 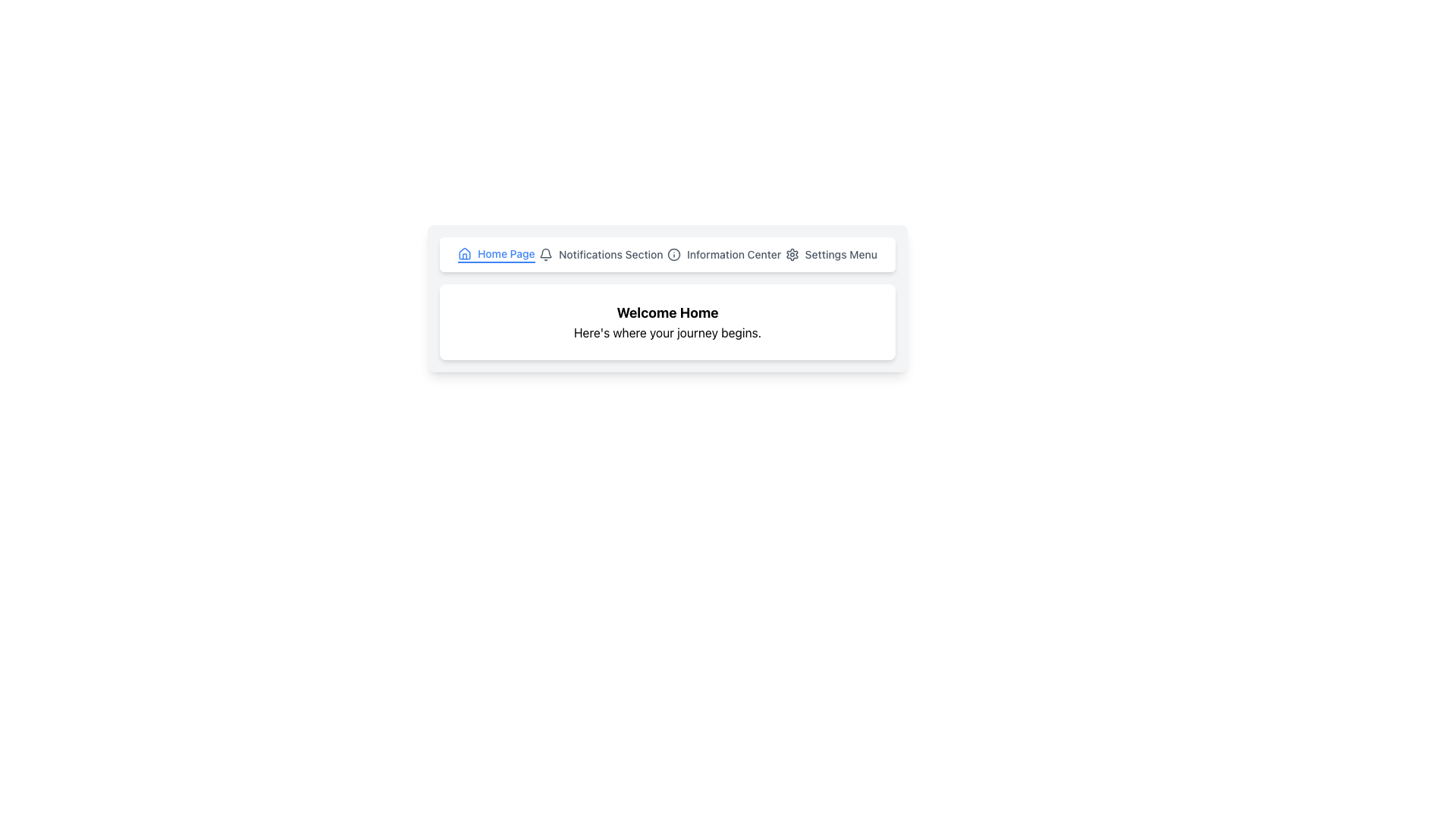 What do you see at coordinates (791, 253) in the screenshot?
I see `the settings icon located at the far-right side of the navigation bar` at bounding box center [791, 253].